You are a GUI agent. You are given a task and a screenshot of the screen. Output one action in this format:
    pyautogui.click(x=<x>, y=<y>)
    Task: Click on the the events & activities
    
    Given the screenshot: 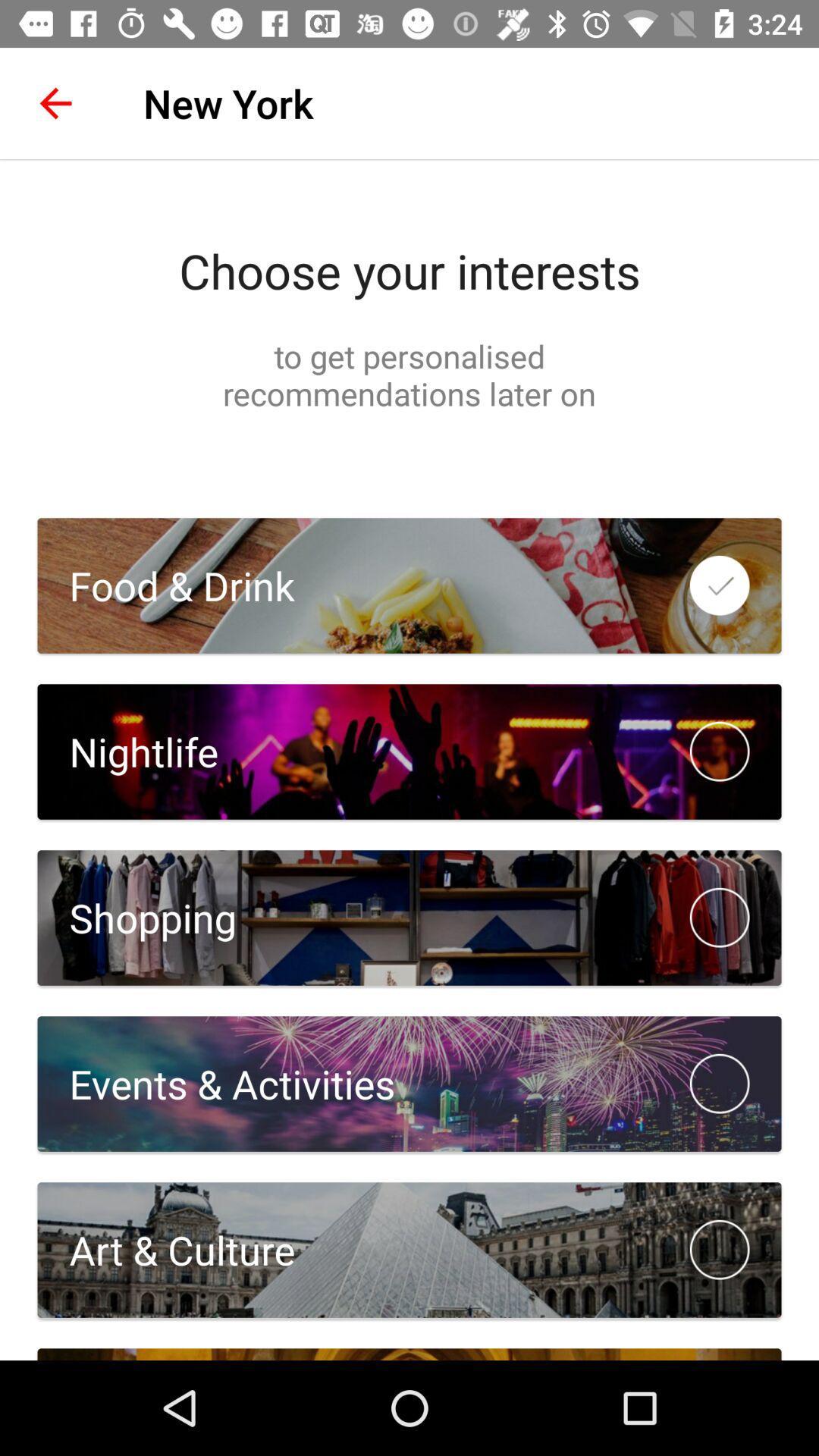 What is the action you would take?
    pyautogui.click(x=216, y=1083)
    